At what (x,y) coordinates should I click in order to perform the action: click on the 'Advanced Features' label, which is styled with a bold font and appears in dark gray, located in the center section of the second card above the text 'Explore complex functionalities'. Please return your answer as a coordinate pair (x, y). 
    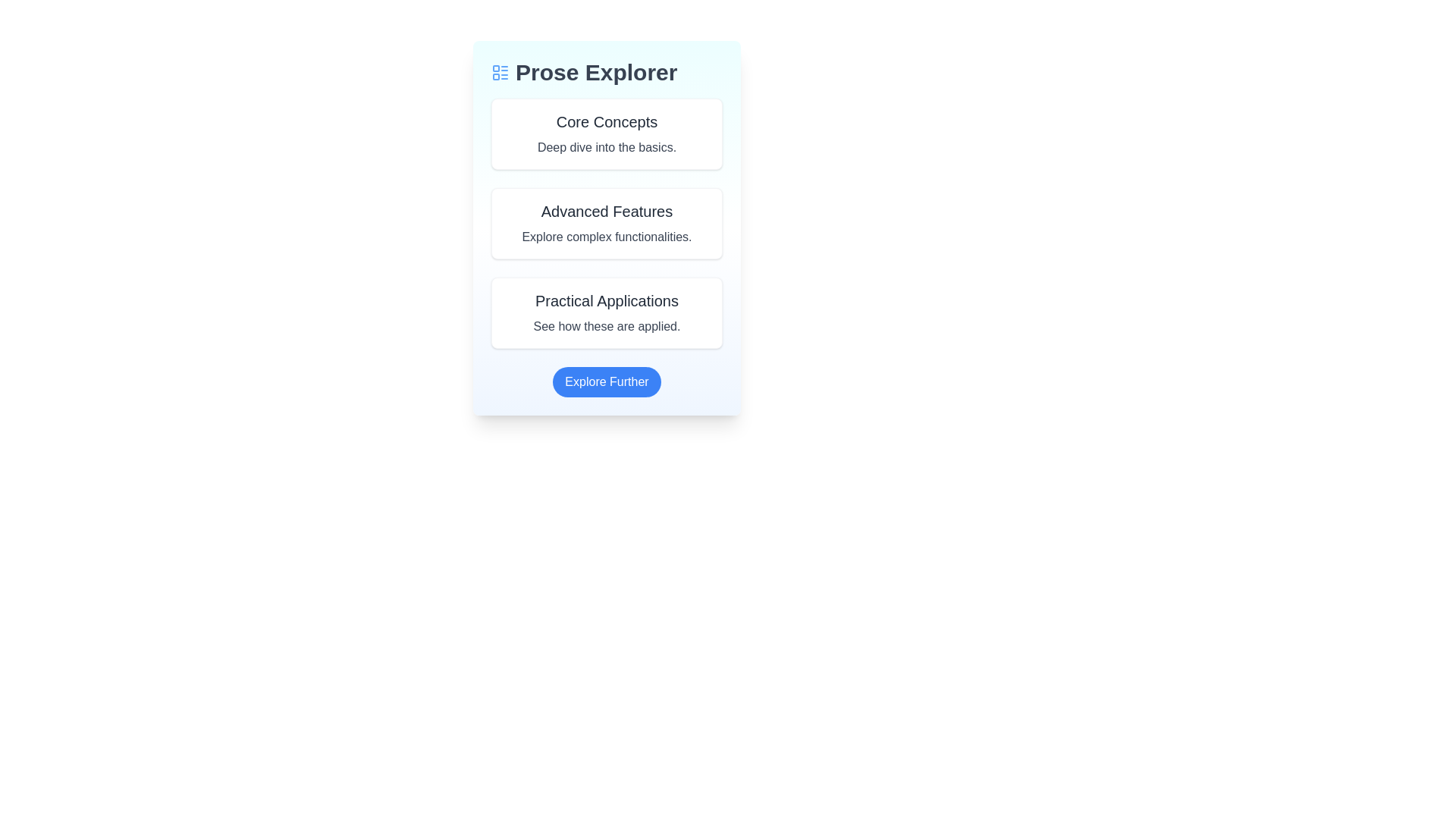
    Looking at the image, I should click on (607, 211).